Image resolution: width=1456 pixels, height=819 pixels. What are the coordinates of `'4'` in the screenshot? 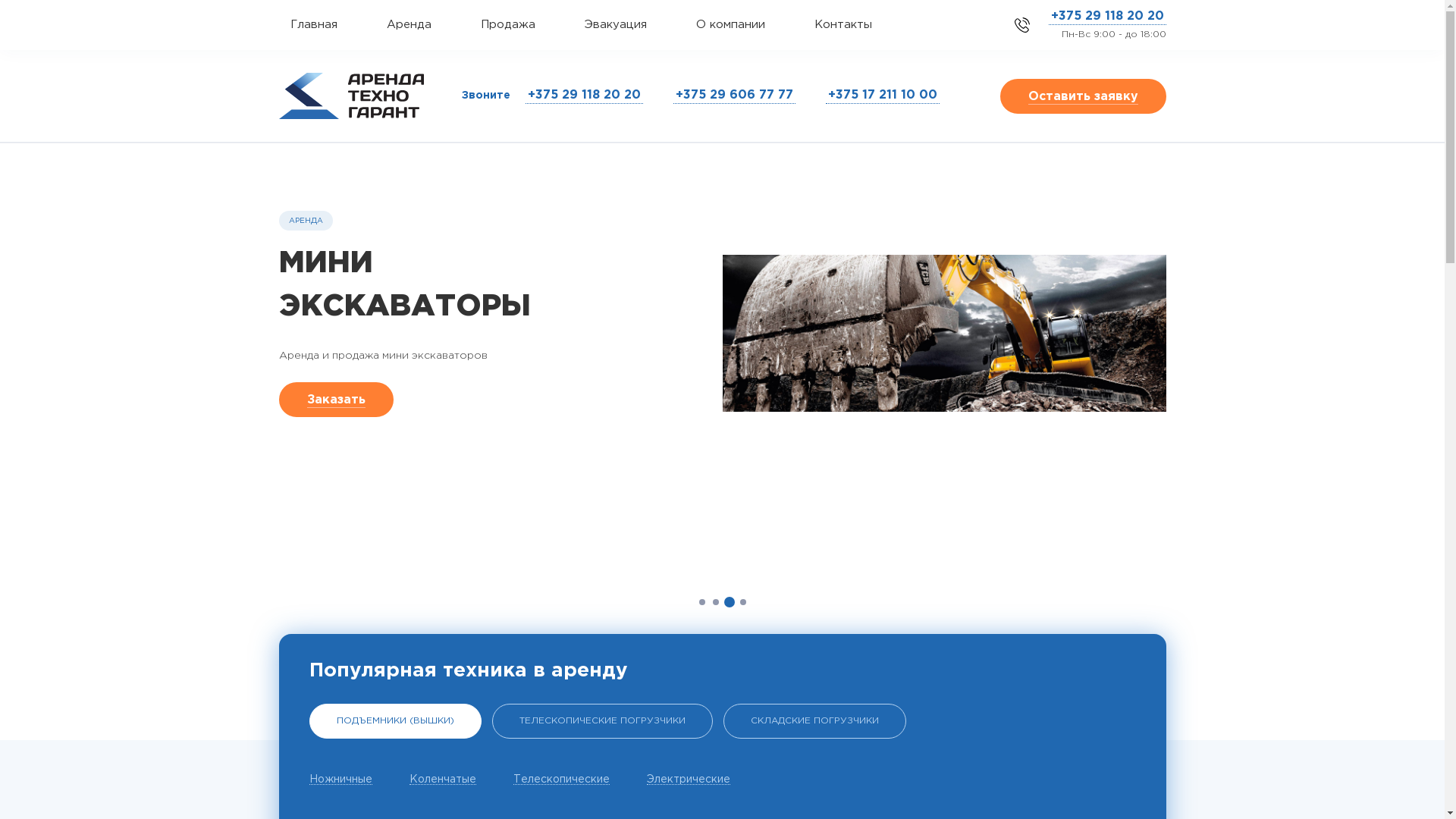 It's located at (742, 601).